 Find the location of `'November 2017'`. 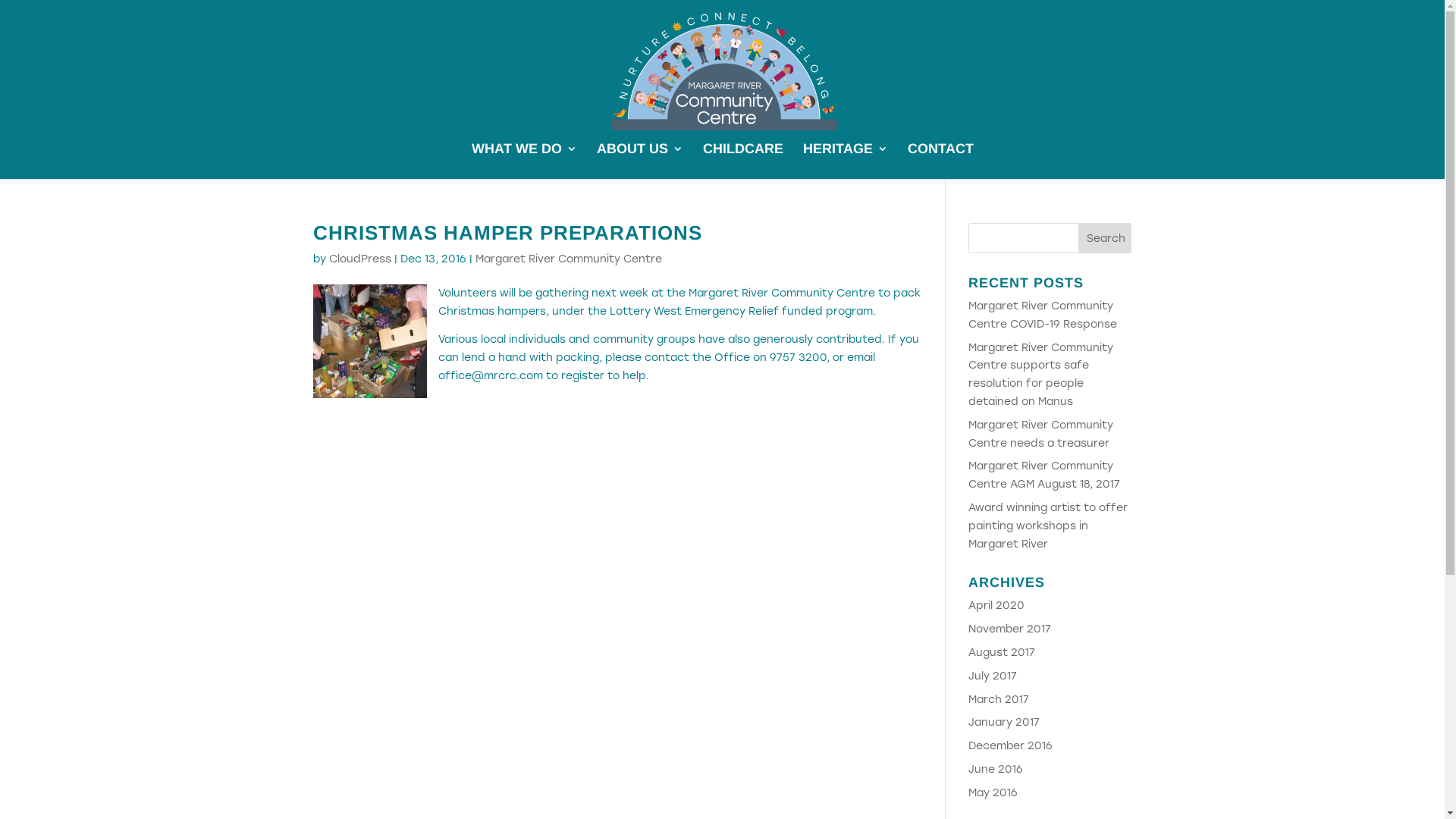

'November 2017' is located at coordinates (1009, 629).